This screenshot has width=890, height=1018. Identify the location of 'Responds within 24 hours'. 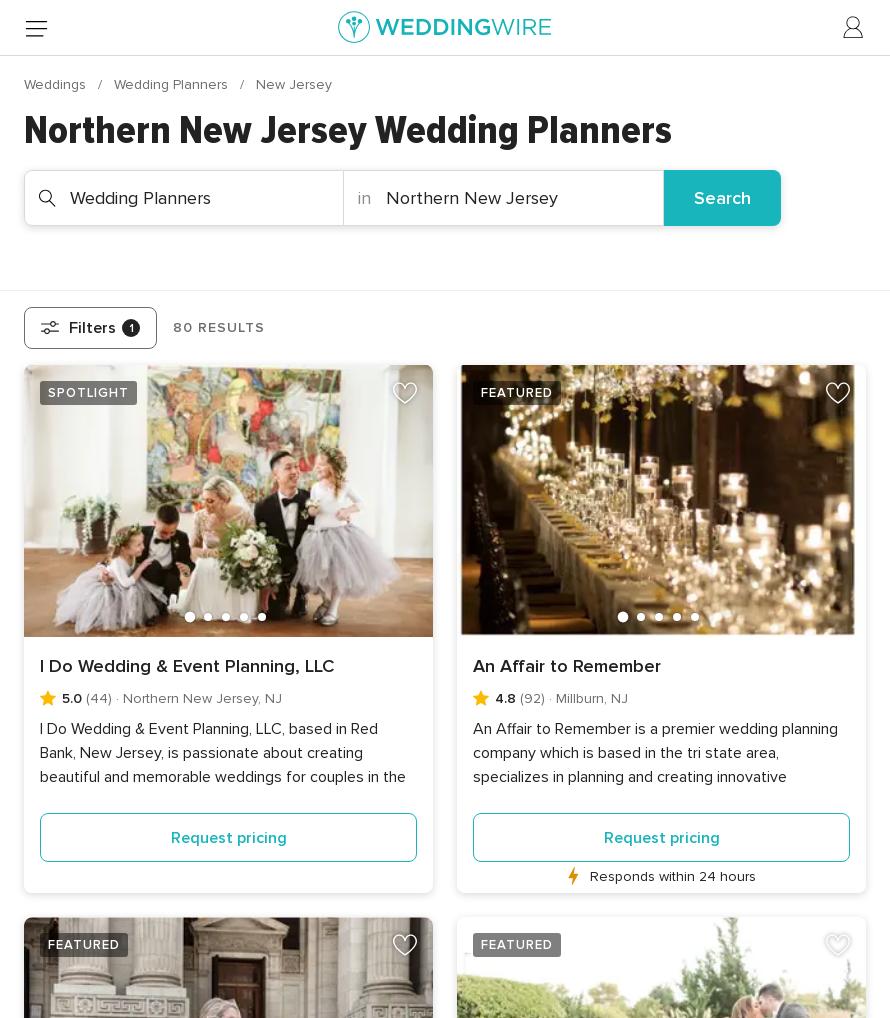
(588, 875).